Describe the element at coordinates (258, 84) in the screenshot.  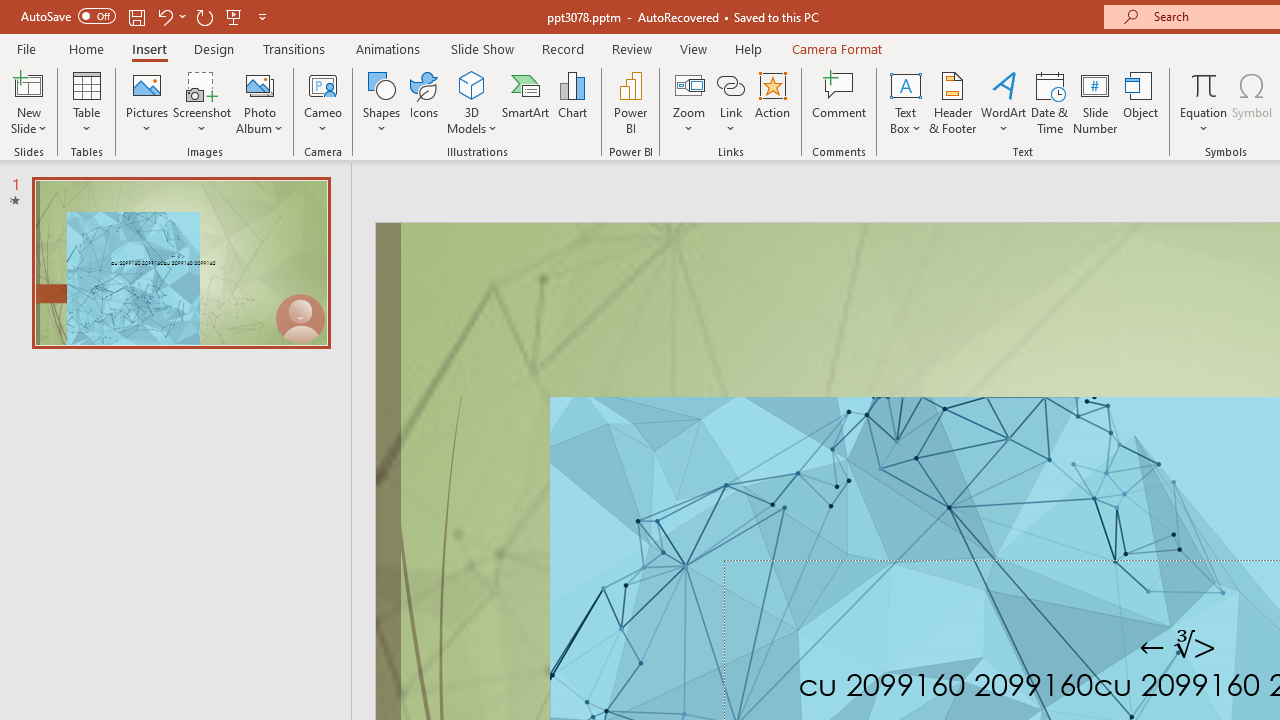
I see `'New Photo Album...'` at that location.